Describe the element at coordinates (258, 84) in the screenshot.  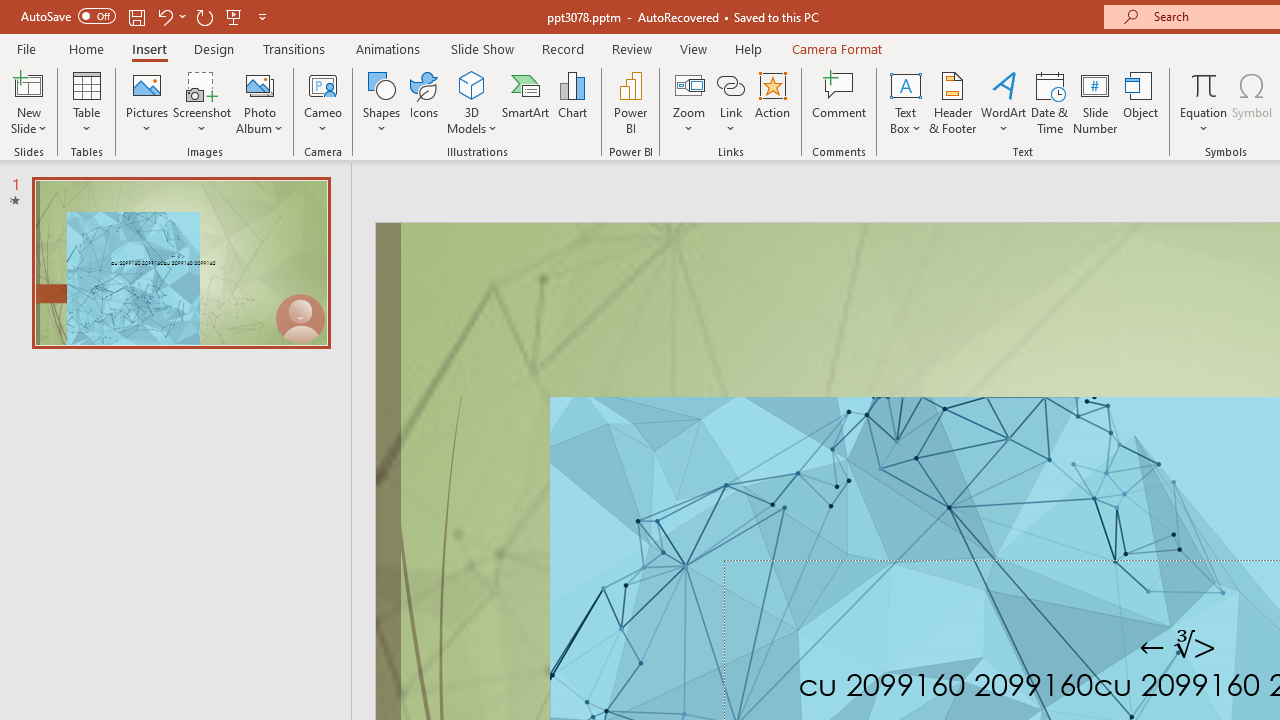
I see `'New Photo Album...'` at that location.